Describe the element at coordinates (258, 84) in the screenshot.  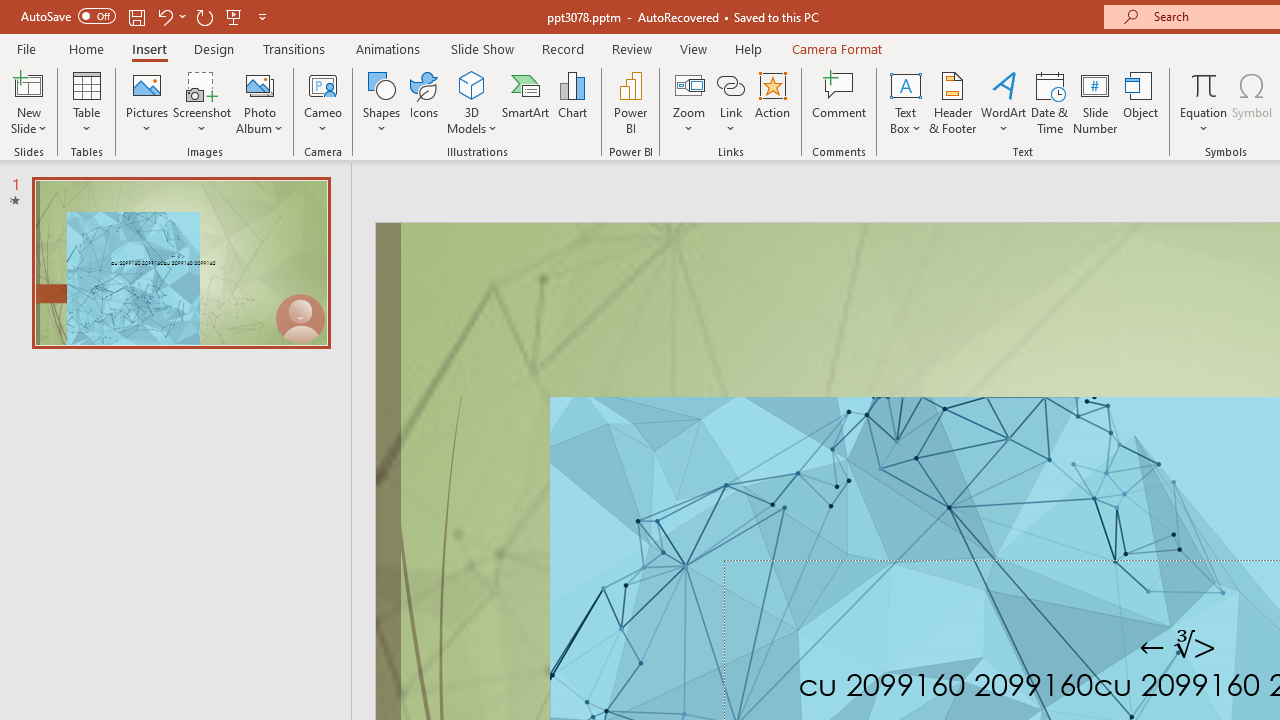
I see `'New Photo Album...'` at that location.